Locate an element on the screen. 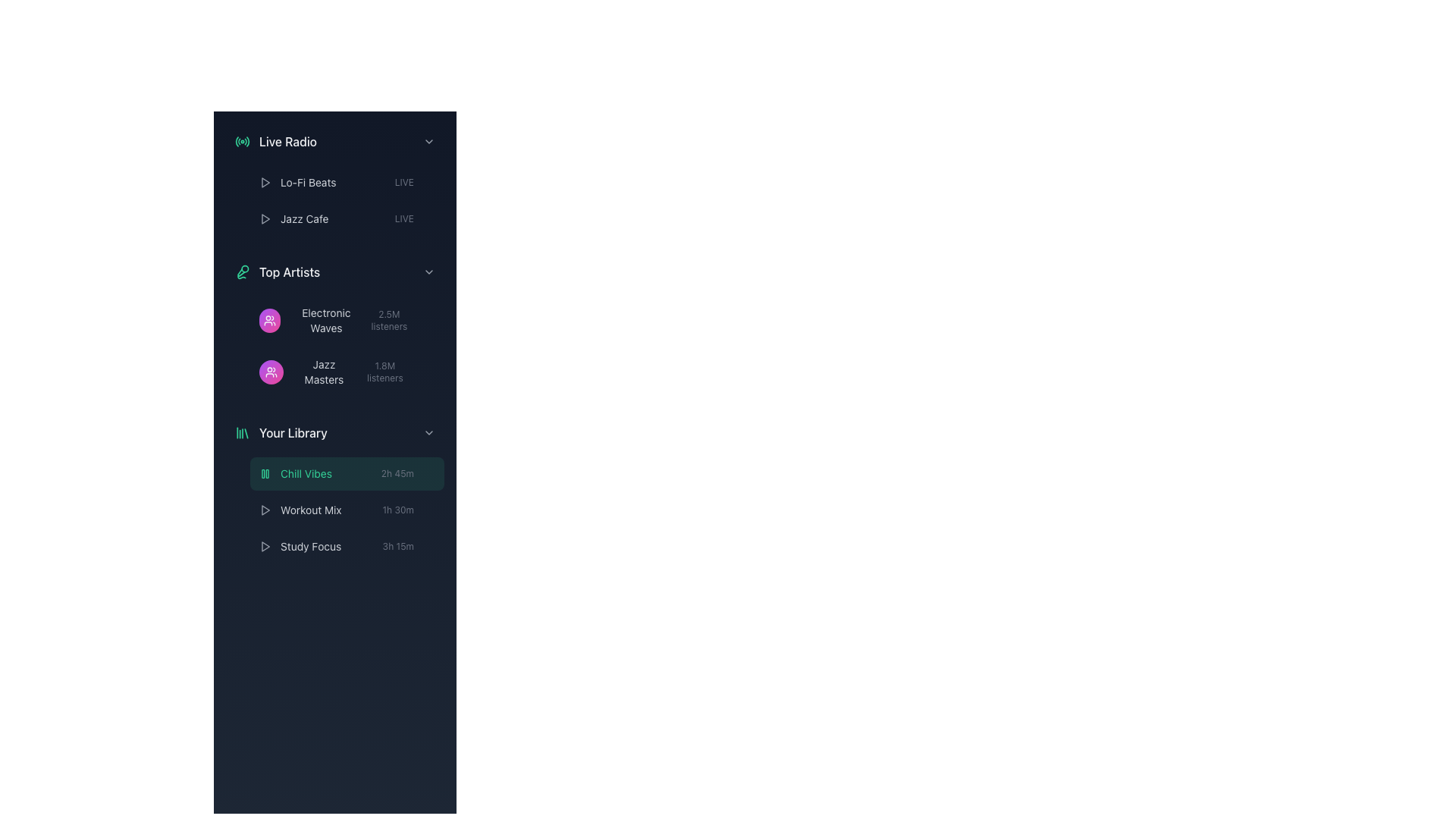  the List item labeled 'Workout Mix', which features a play triangle icon and gray text is located at coordinates (300, 510).